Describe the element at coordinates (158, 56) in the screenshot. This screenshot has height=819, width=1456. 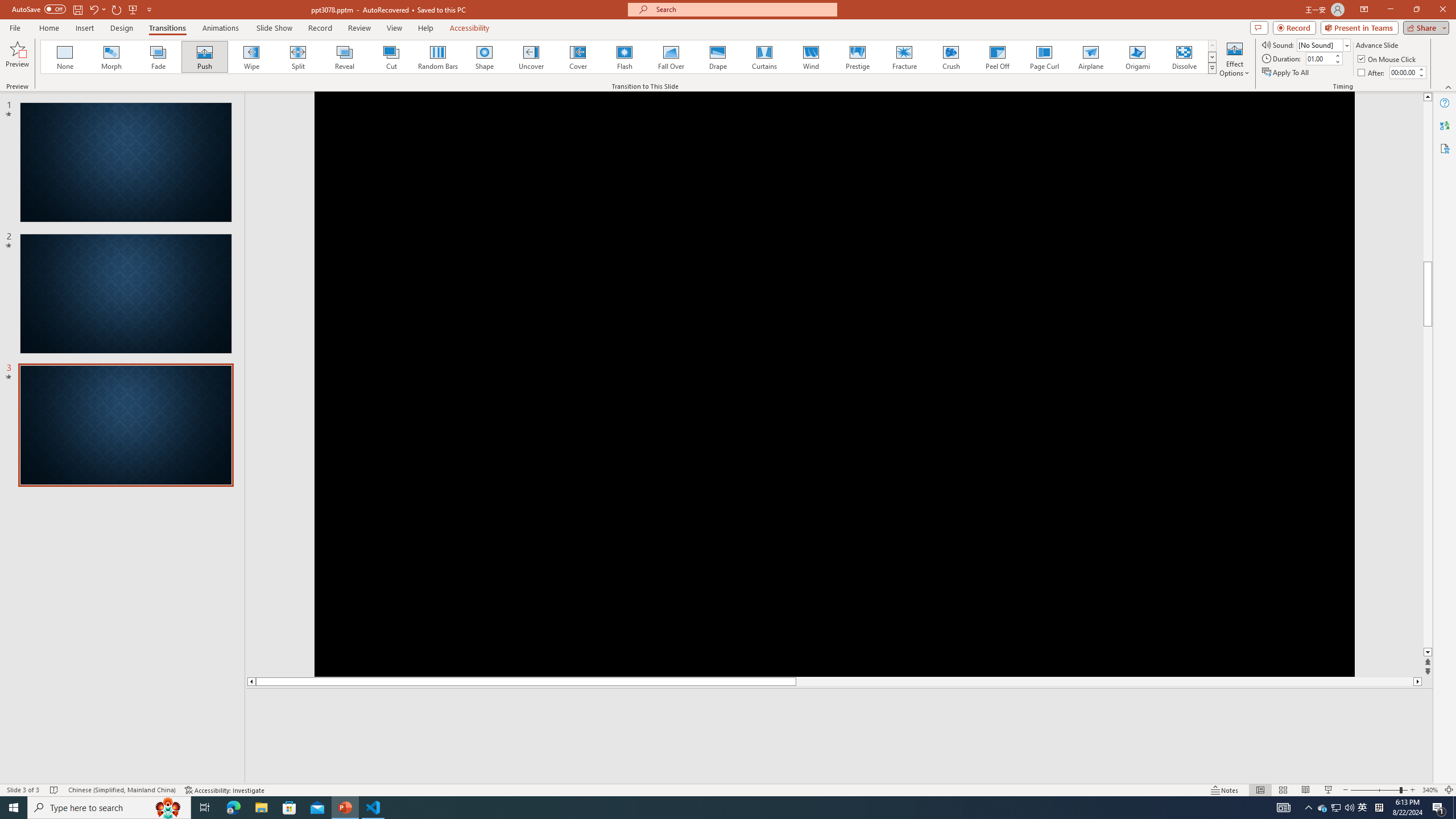
I see `'Fade'` at that location.